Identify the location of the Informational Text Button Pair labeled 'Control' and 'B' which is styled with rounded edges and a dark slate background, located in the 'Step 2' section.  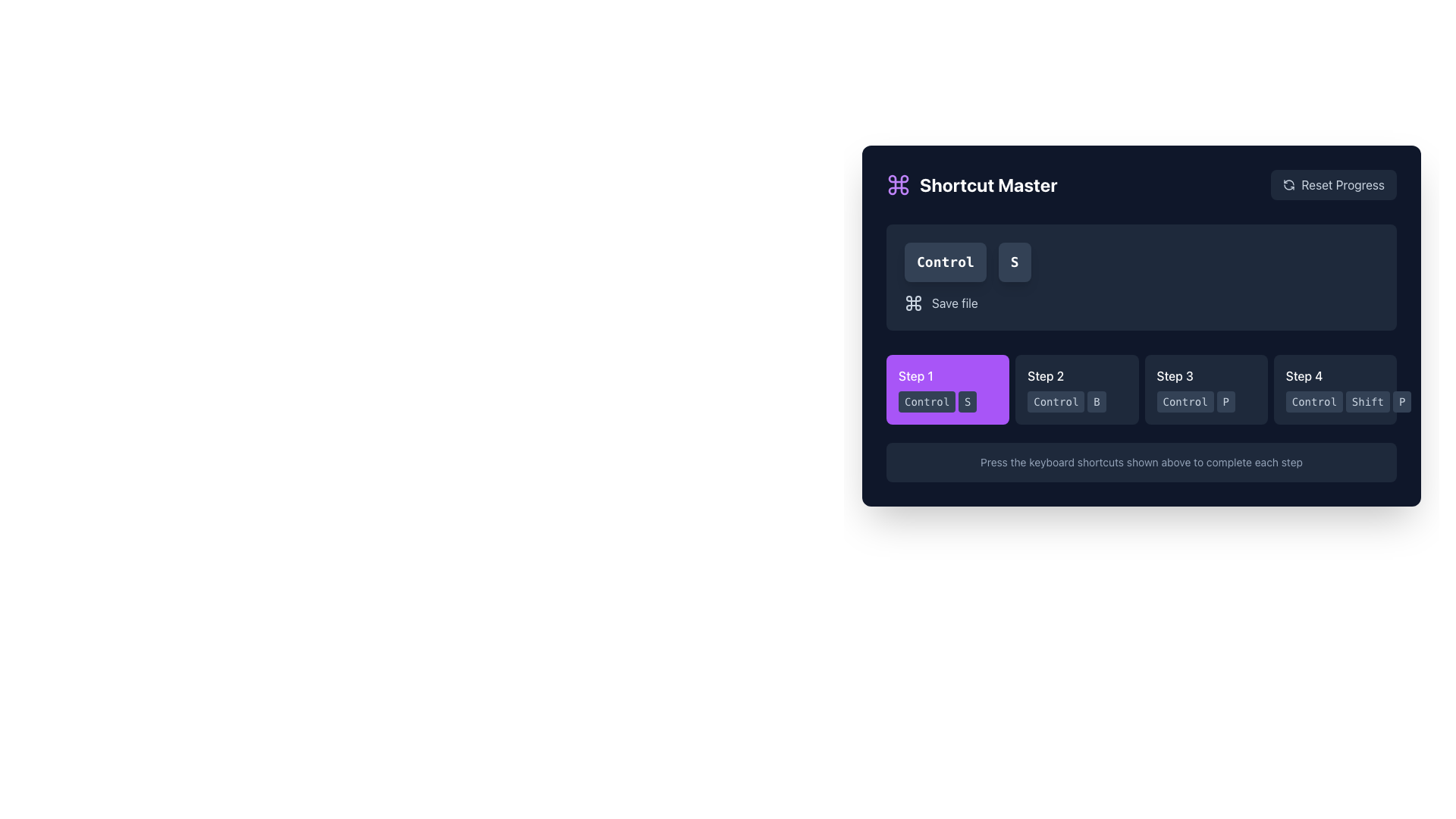
(1076, 400).